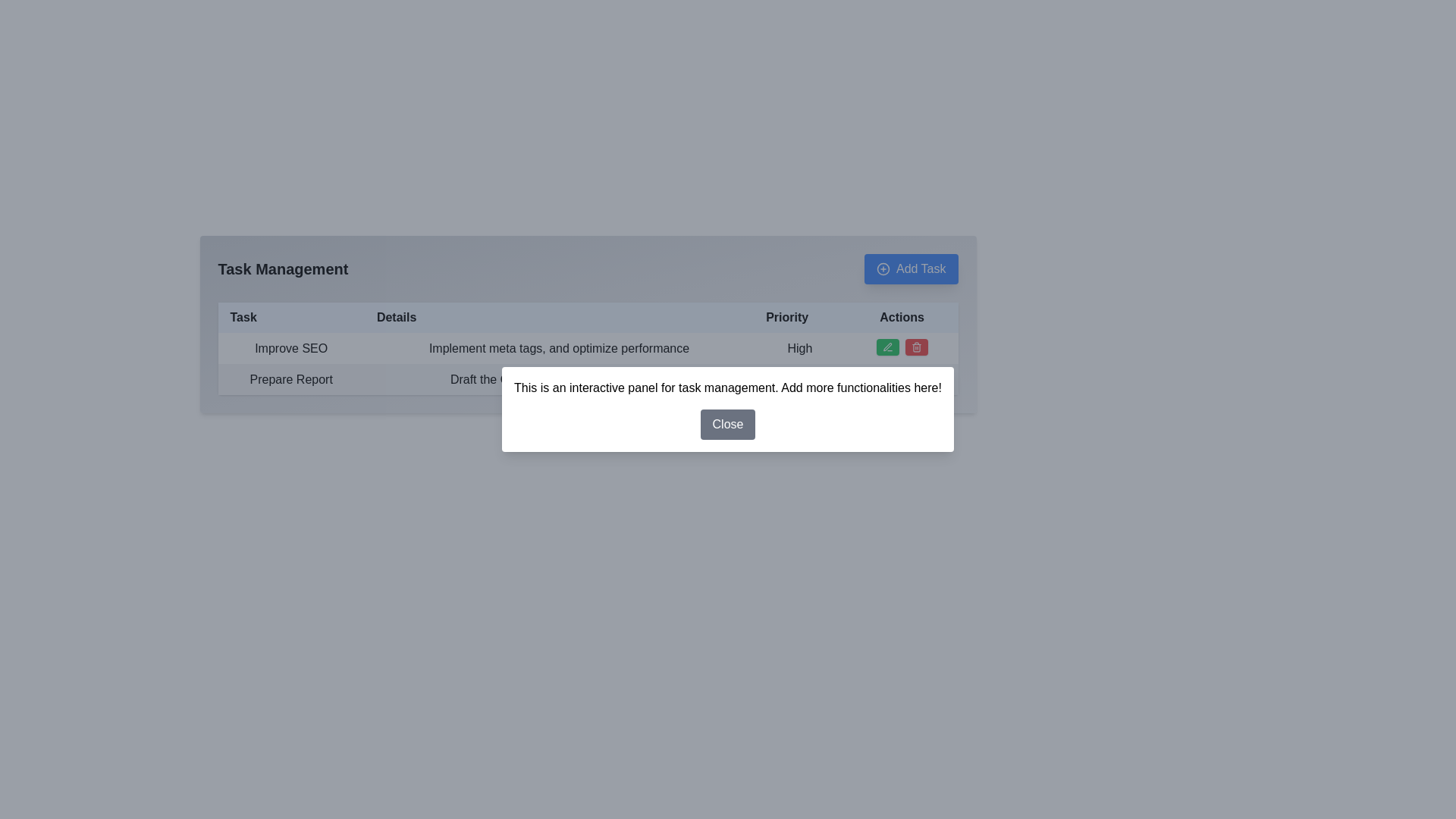 The width and height of the screenshot is (1456, 819). Describe the element at coordinates (902, 348) in the screenshot. I see `the red delete button located in the 'Actions' column of the table cell under the row titled 'Improve SEO'` at that location.